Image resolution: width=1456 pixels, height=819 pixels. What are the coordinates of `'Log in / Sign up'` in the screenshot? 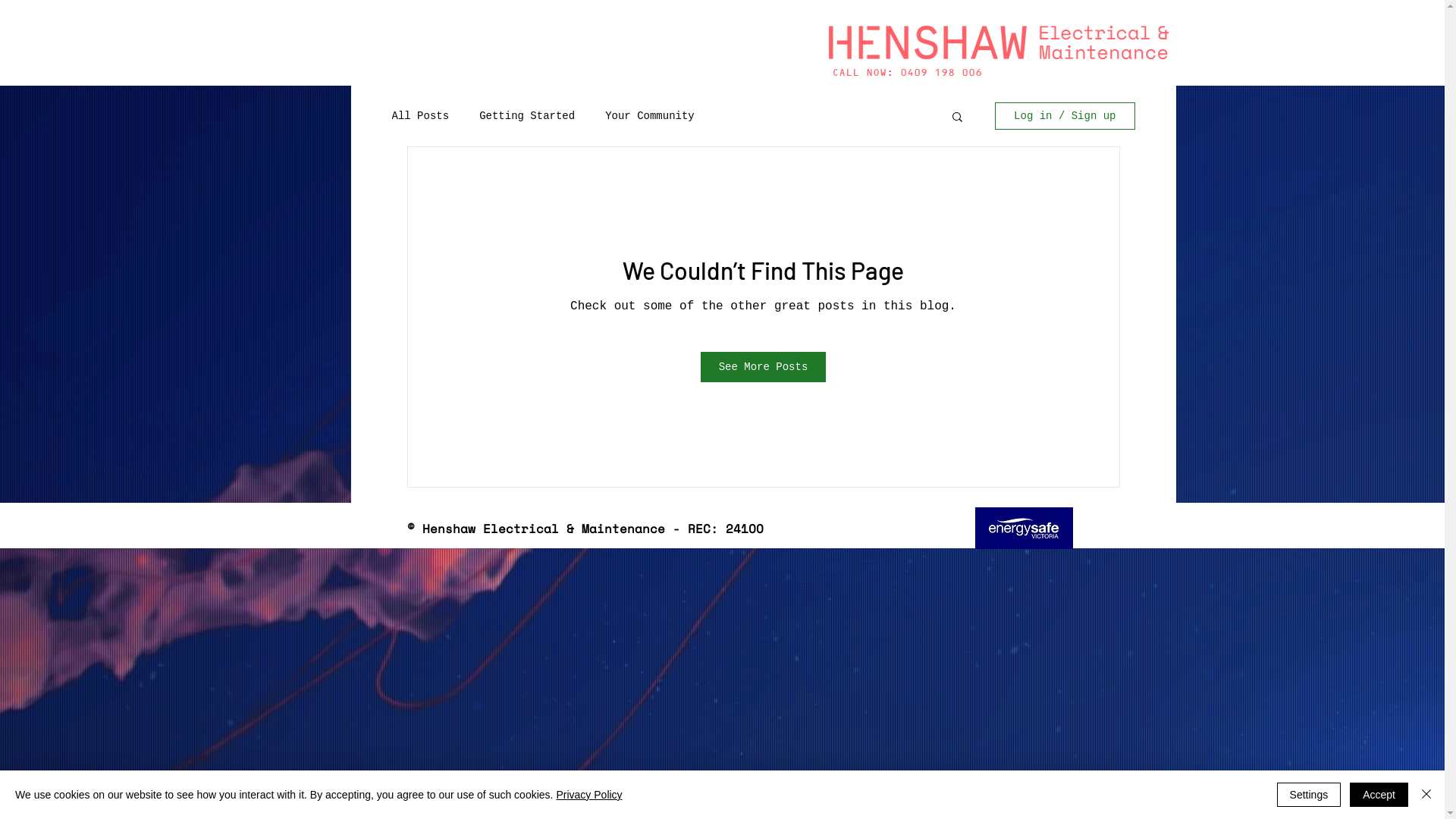 It's located at (994, 115).